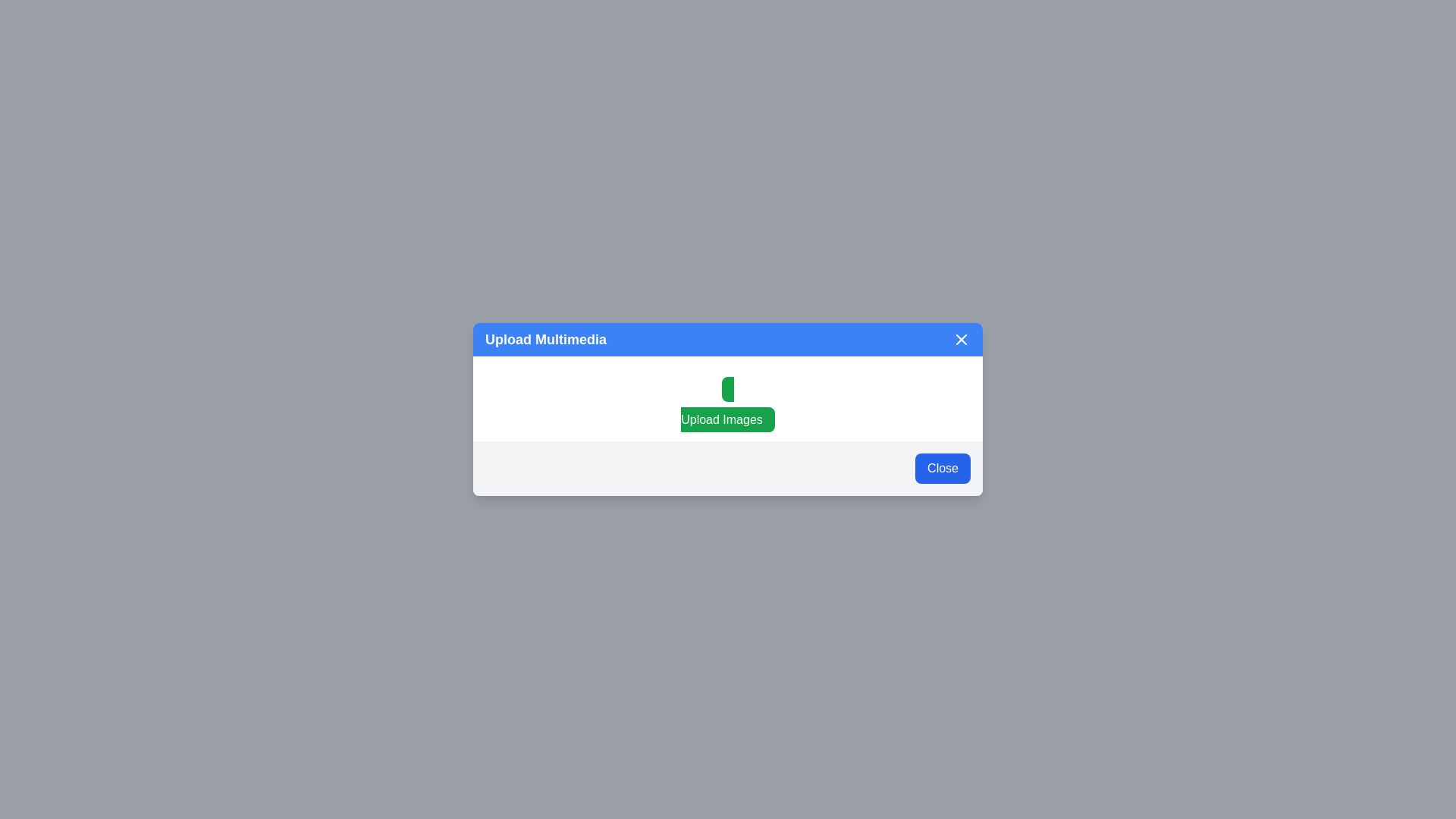 Image resolution: width=1456 pixels, height=819 pixels. I want to click on the static text label displaying the title 'Upload Multimedia' located on the blue header of the modal window, so click(546, 338).